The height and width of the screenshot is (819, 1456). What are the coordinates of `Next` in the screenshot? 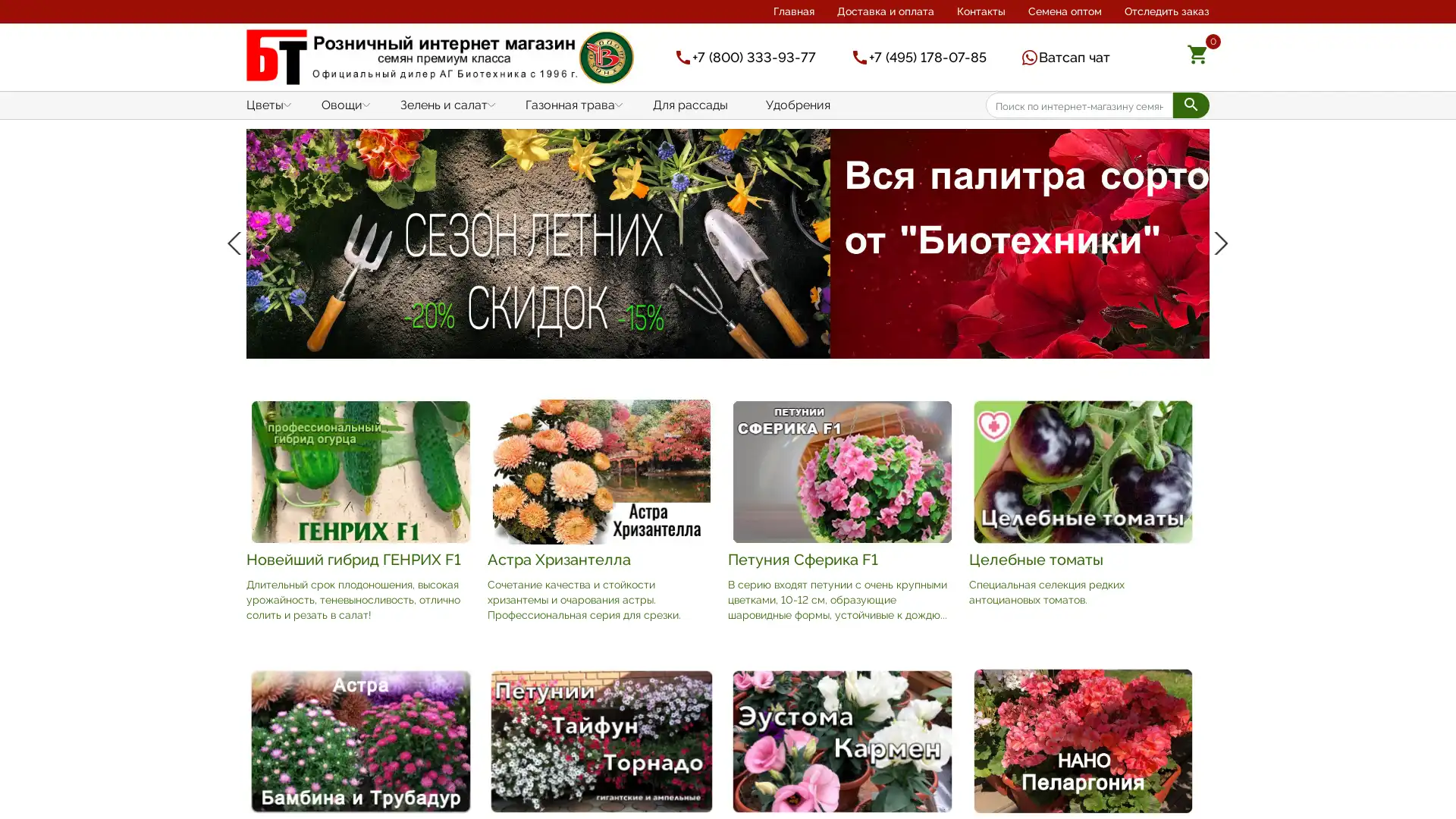 It's located at (1218, 317).